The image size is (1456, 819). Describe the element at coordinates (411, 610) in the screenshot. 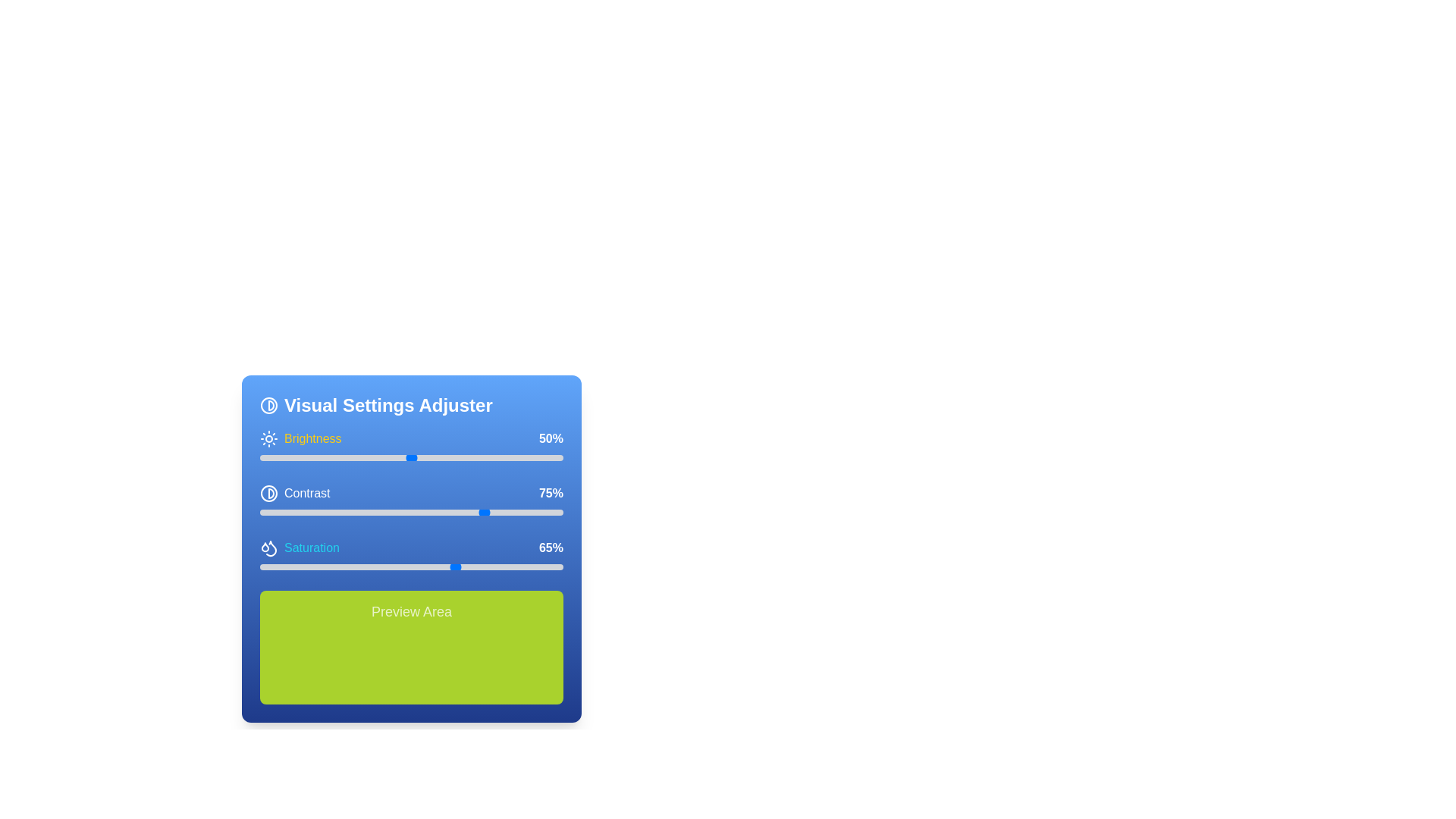

I see `the 'Preview Area' text label, which is centered and displayed on a bright green rectangular background in the bottom section of the 'Visual Settings Adjuster' panel` at that location.